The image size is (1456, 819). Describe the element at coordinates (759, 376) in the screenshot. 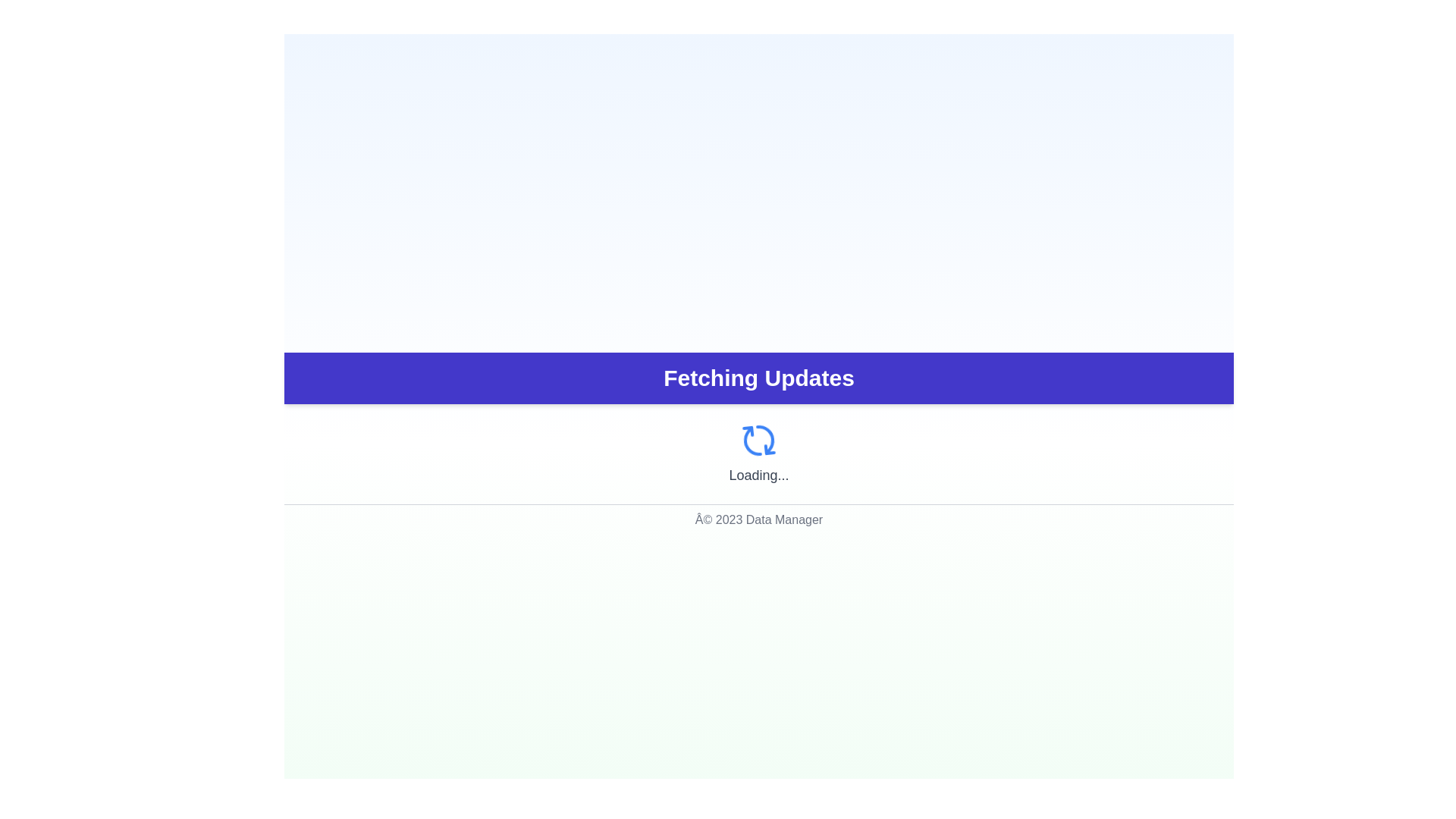

I see `the Status Banner element with a dark purple background and the text 'Fetching Updates' centered within it` at that location.